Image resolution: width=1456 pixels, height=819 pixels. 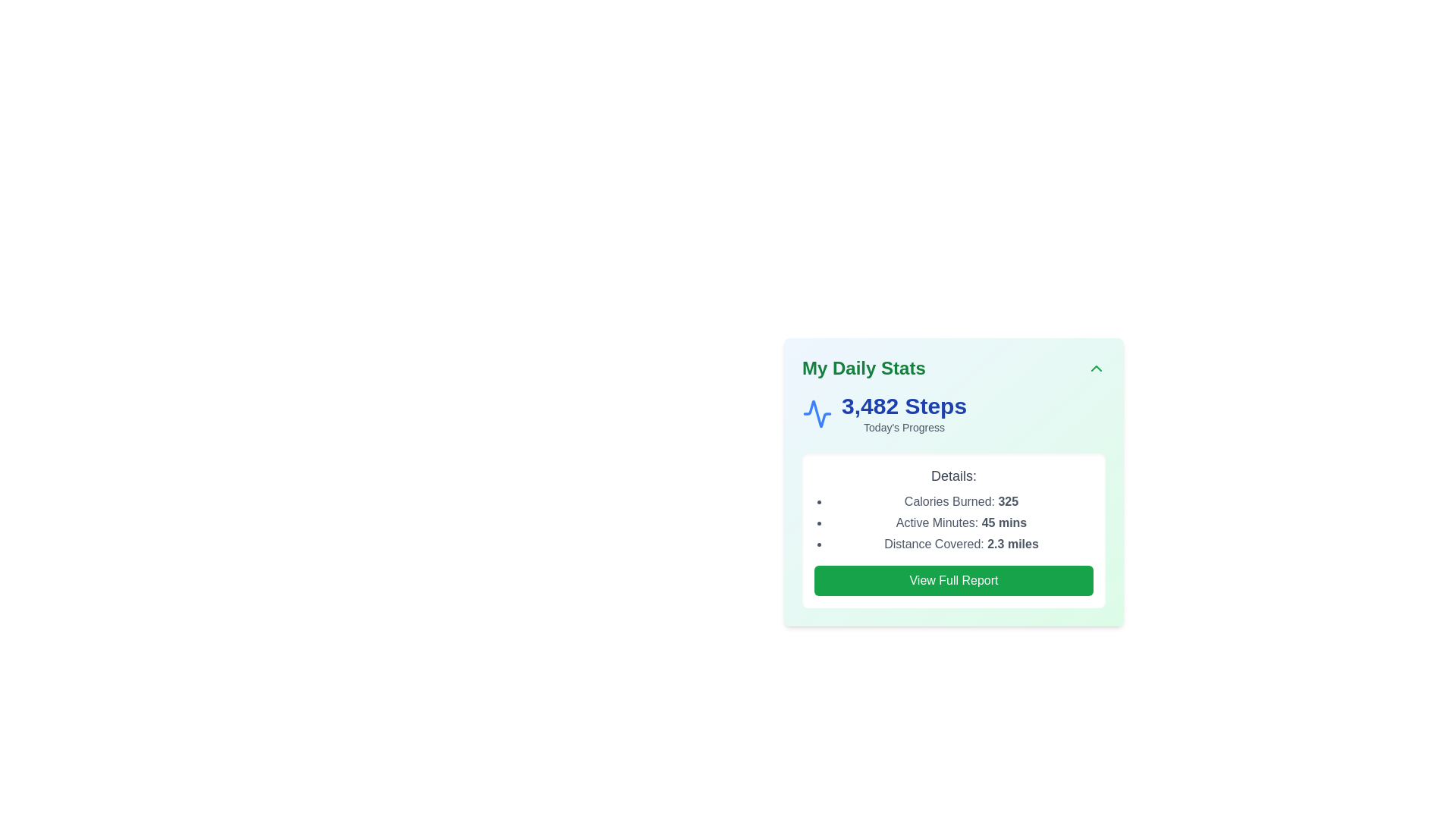 I want to click on information displayed in the vertical Text-based List located under the 'Details:' heading, which contains bullet points and numerical data in bold, so click(x=960, y=522).